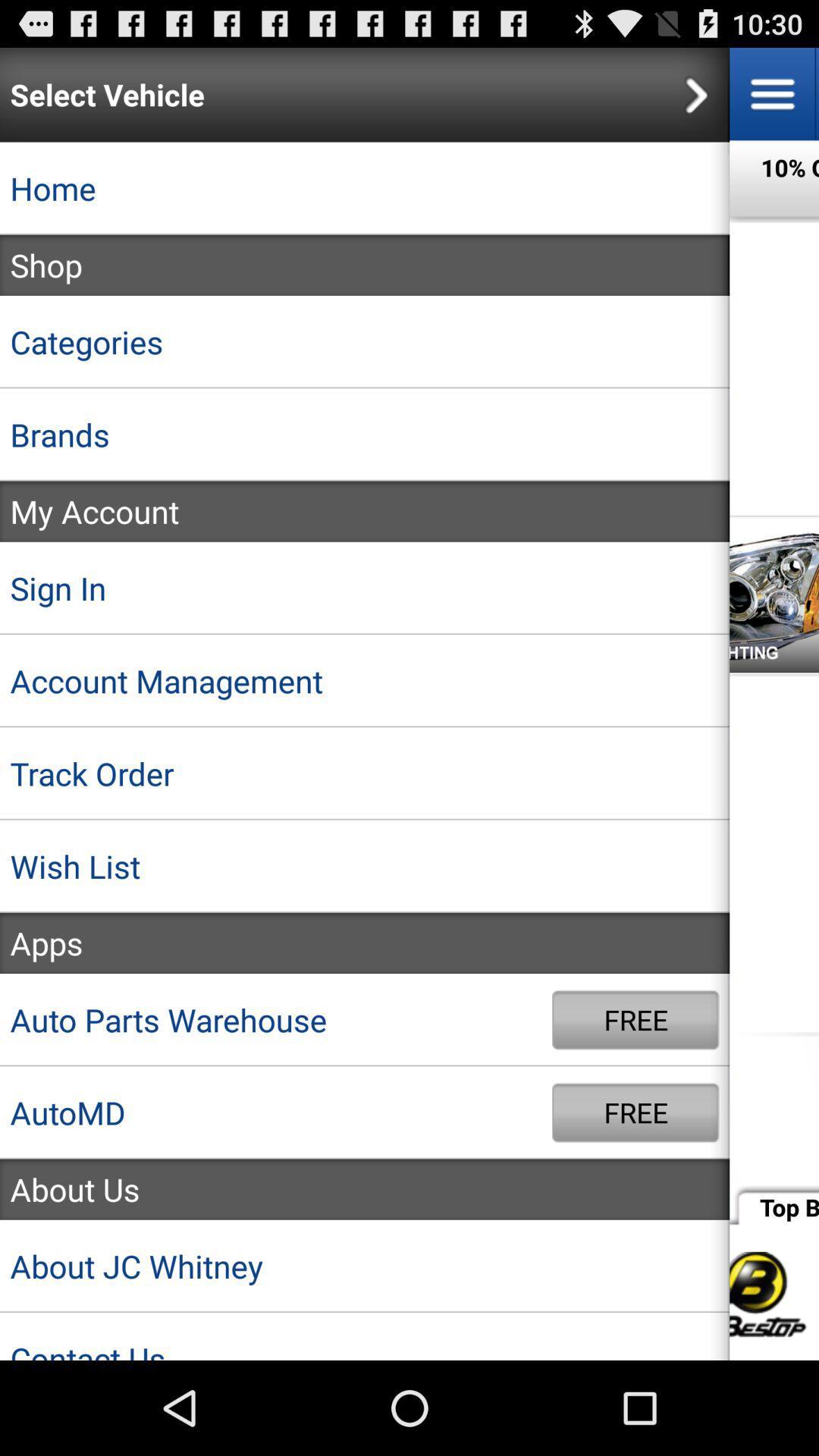 The width and height of the screenshot is (819, 1456). Describe the element at coordinates (276, 1112) in the screenshot. I see `the automd` at that location.